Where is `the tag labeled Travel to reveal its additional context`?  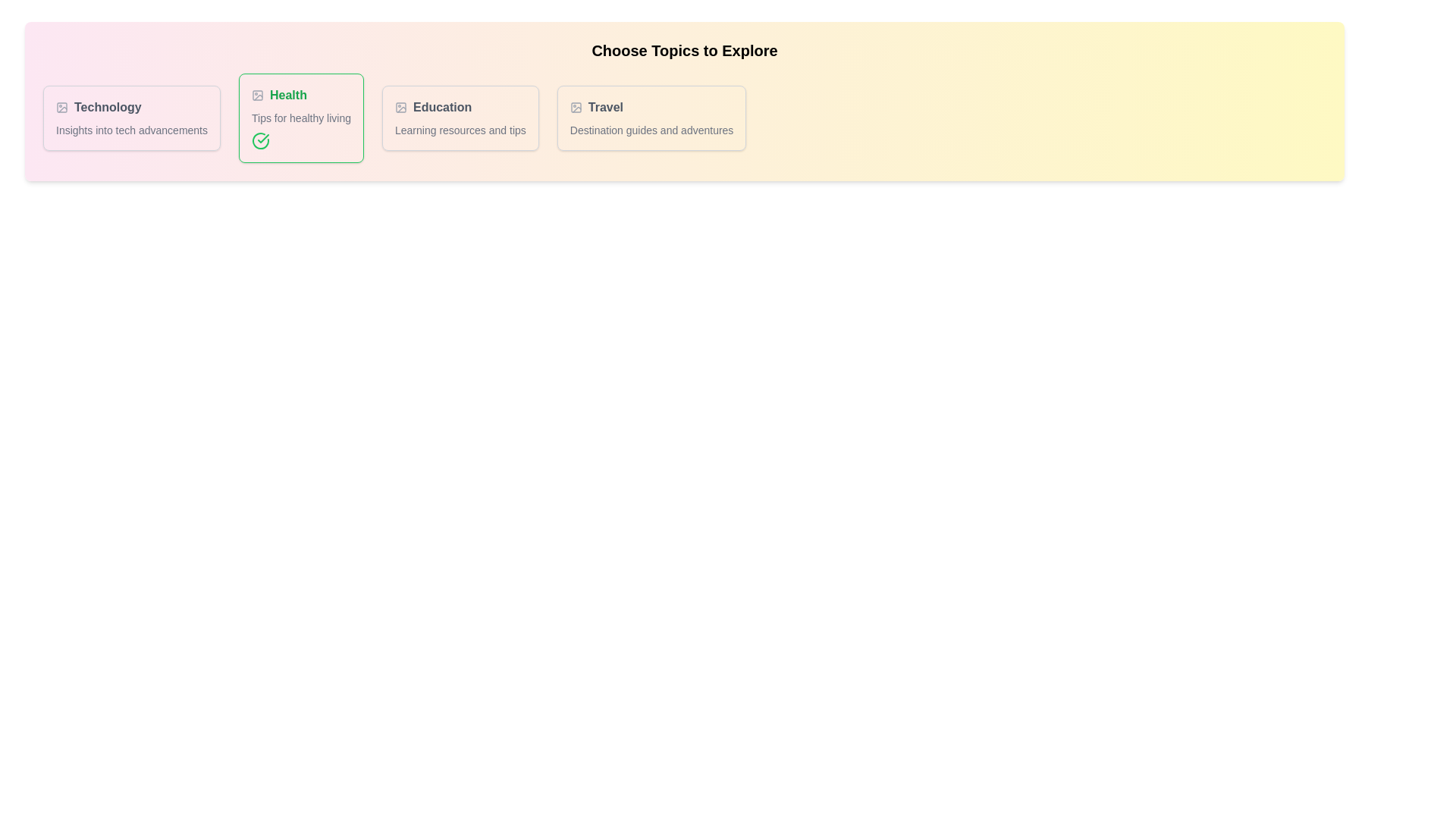
the tag labeled Travel to reveal its additional context is located at coordinates (651, 107).